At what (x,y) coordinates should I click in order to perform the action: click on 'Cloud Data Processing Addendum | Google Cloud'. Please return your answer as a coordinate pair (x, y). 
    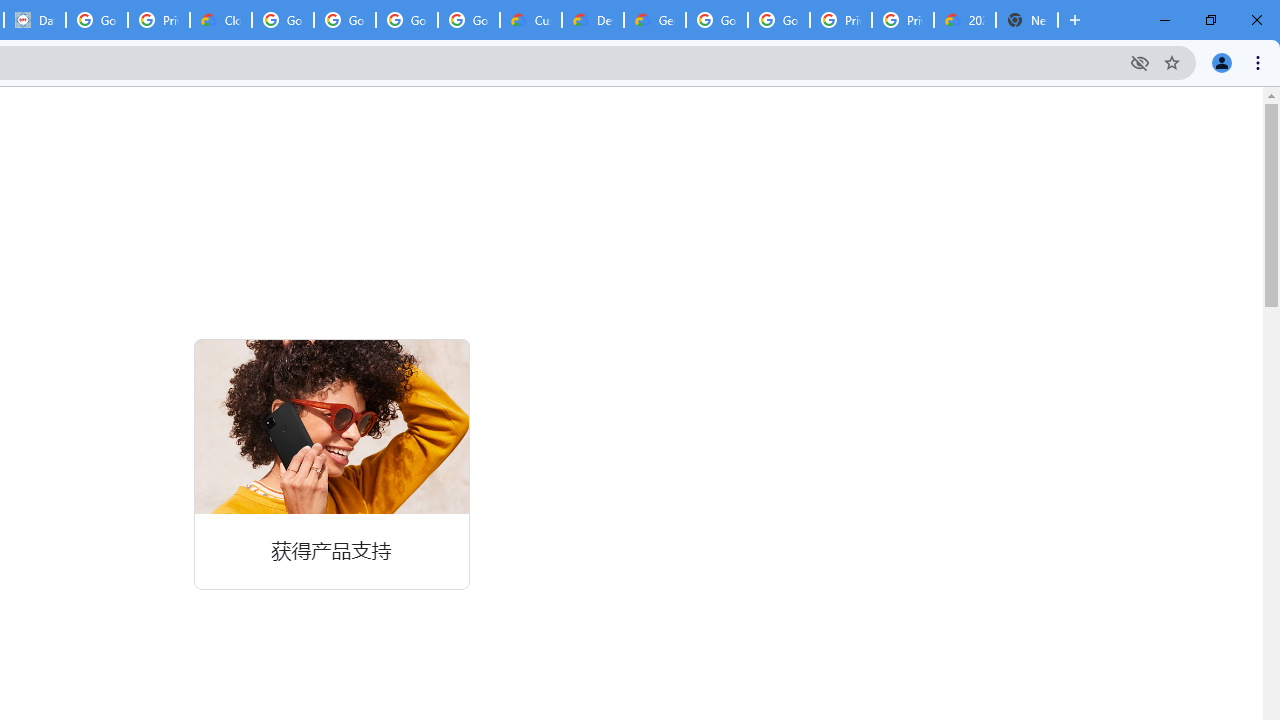
    Looking at the image, I should click on (220, 20).